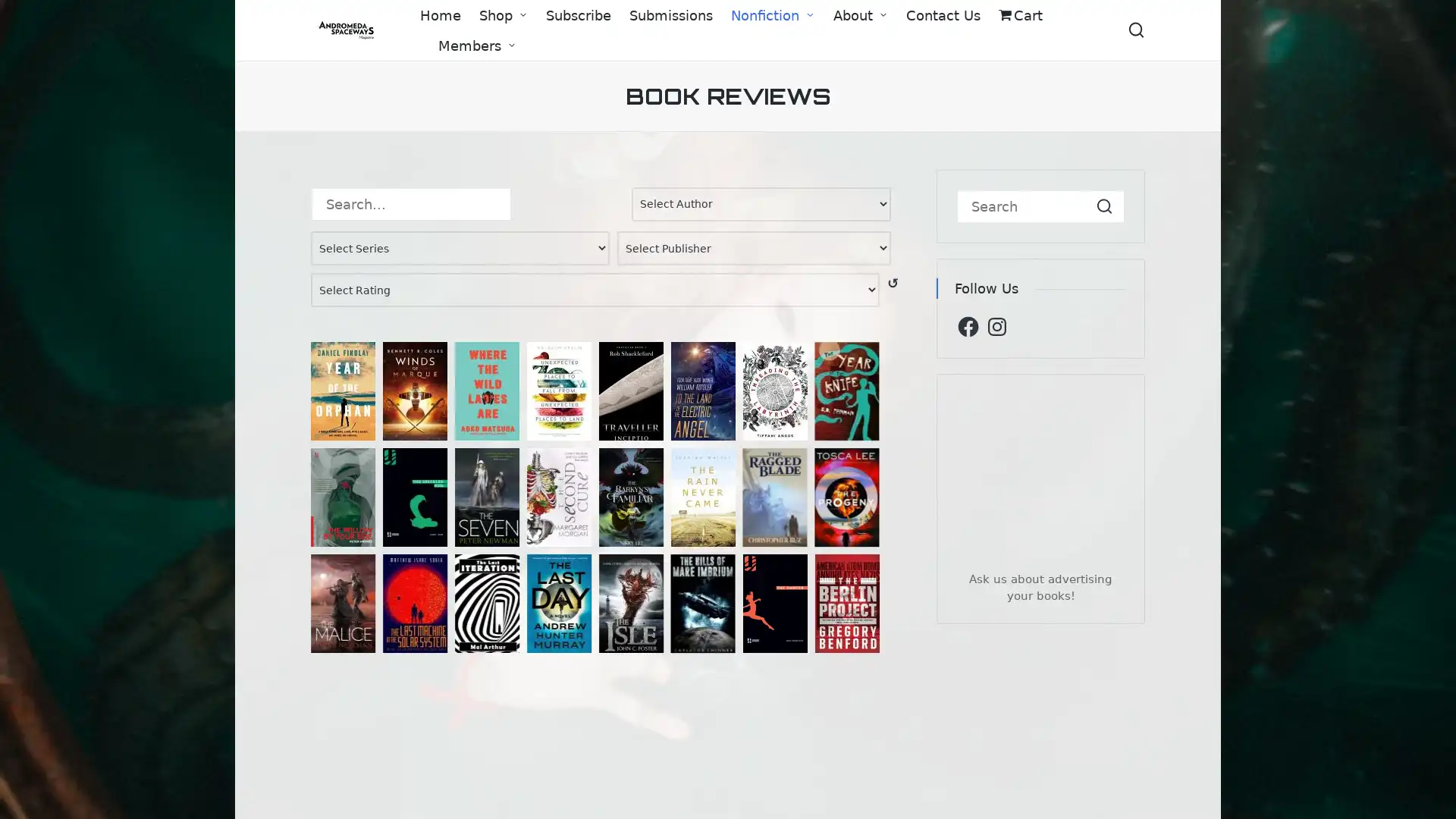 This screenshot has height=819, width=1456. What do you see at coordinates (1104, 206) in the screenshot?
I see `Search` at bounding box center [1104, 206].